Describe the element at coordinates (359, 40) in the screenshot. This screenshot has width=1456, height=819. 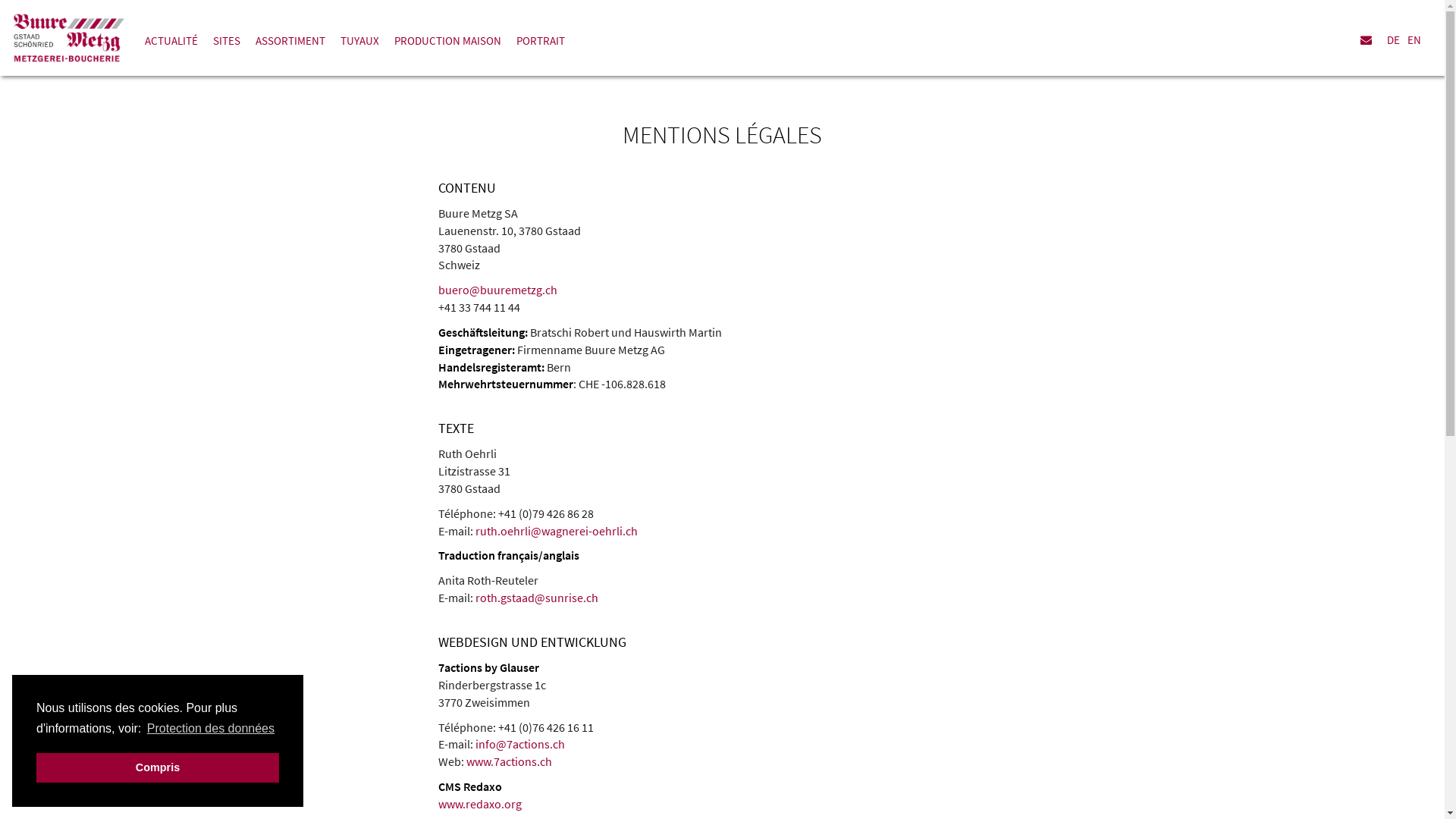
I see `'TUYAUX'` at that location.